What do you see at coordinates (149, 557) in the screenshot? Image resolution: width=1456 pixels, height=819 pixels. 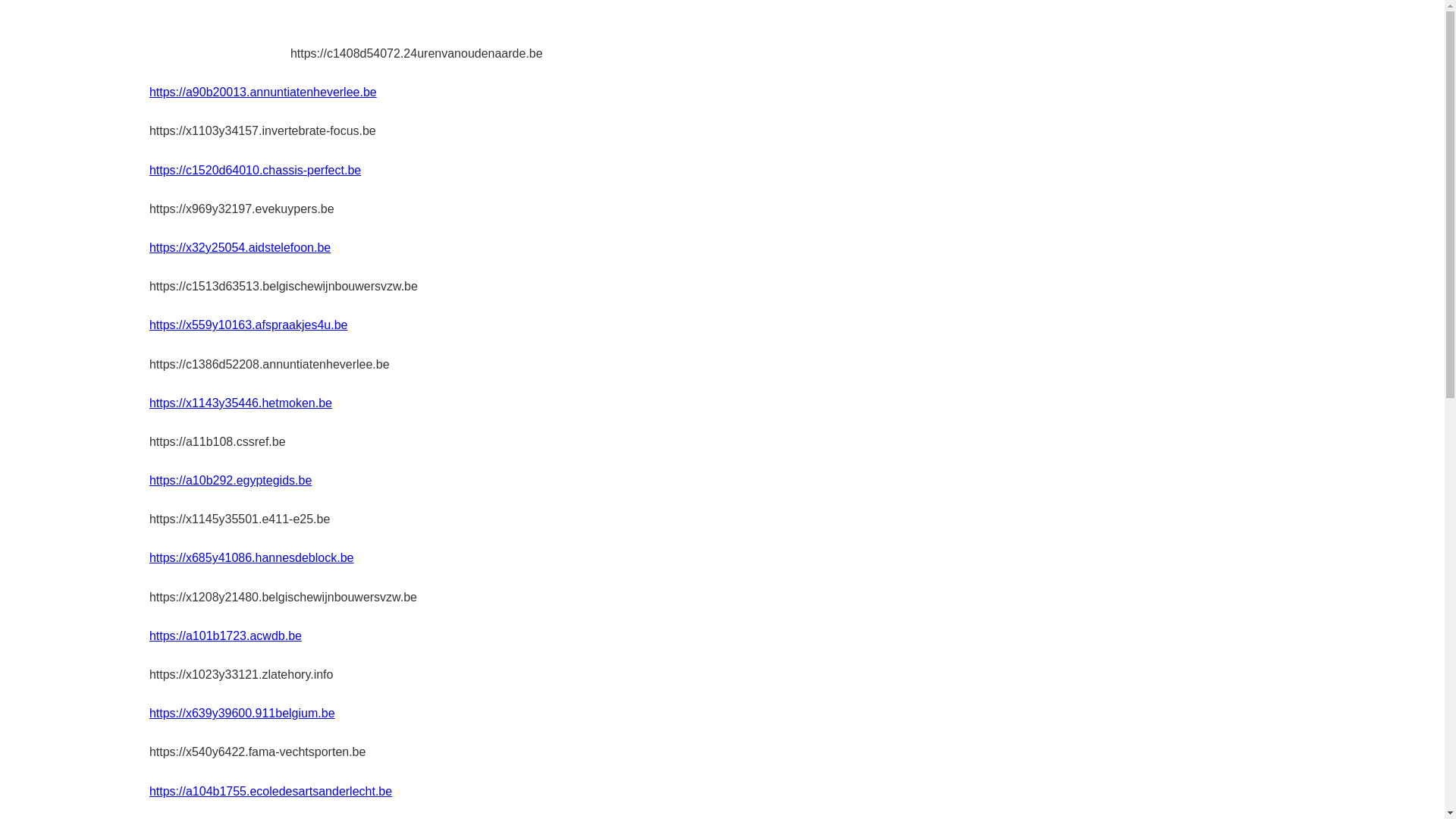 I see `'https://x685y41086.hannesdeblock.be'` at bounding box center [149, 557].